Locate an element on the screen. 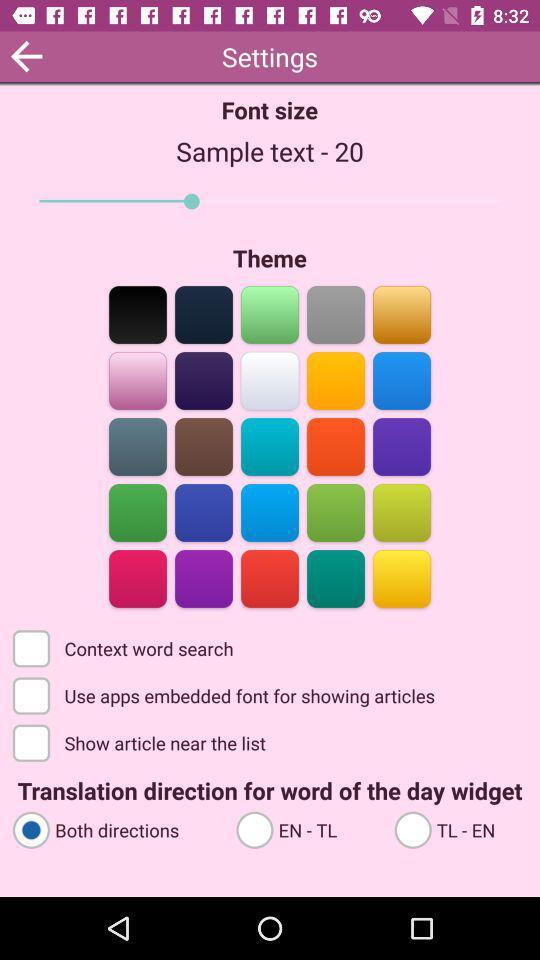 The width and height of the screenshot is (540, 960). this color is located at coordinates (335, 577).